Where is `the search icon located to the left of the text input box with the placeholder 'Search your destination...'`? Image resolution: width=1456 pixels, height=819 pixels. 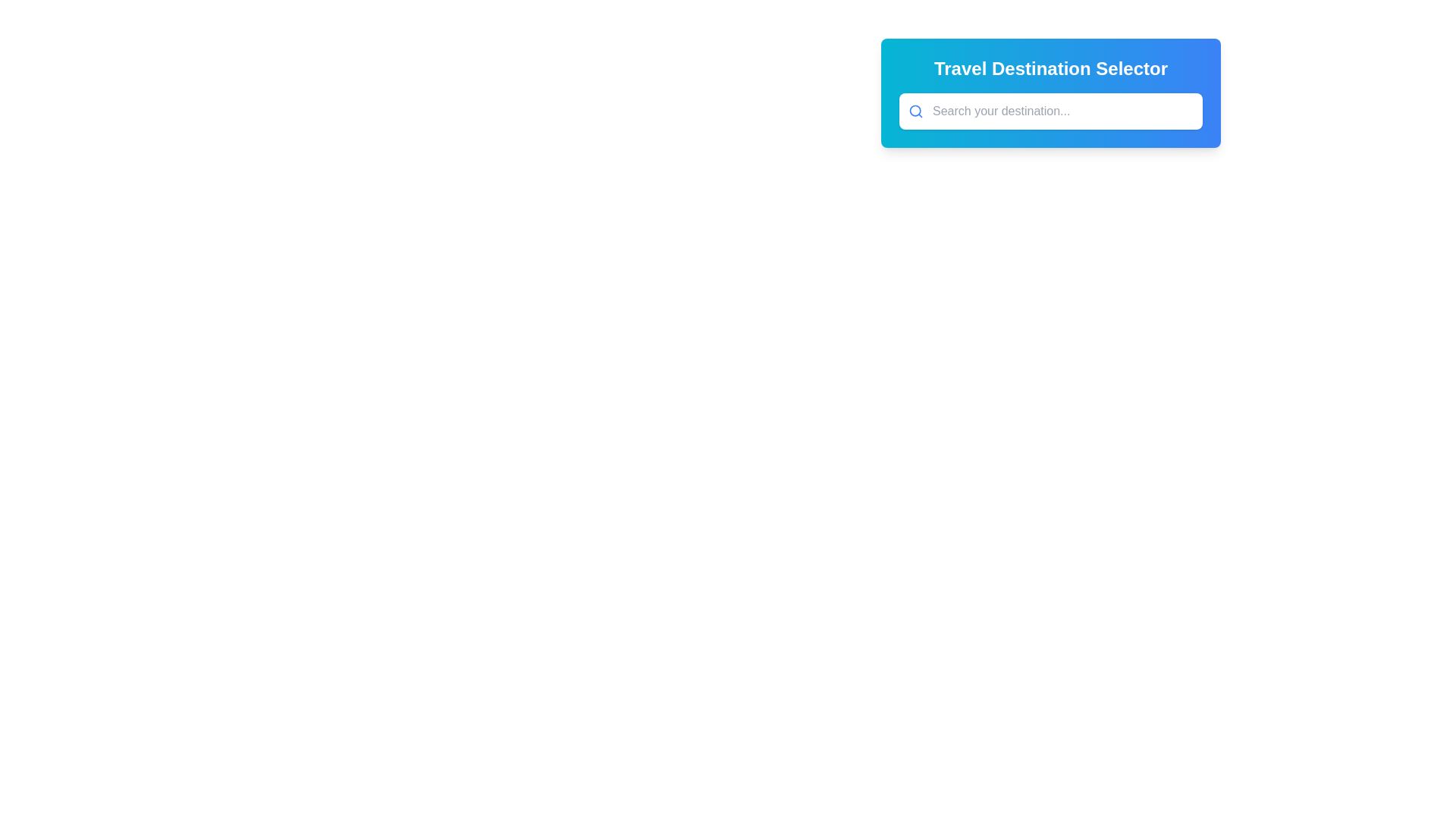 the search icon located to the left of the text input box with the placeholder 'Search your destination...' is located at coordinates (915, 110).